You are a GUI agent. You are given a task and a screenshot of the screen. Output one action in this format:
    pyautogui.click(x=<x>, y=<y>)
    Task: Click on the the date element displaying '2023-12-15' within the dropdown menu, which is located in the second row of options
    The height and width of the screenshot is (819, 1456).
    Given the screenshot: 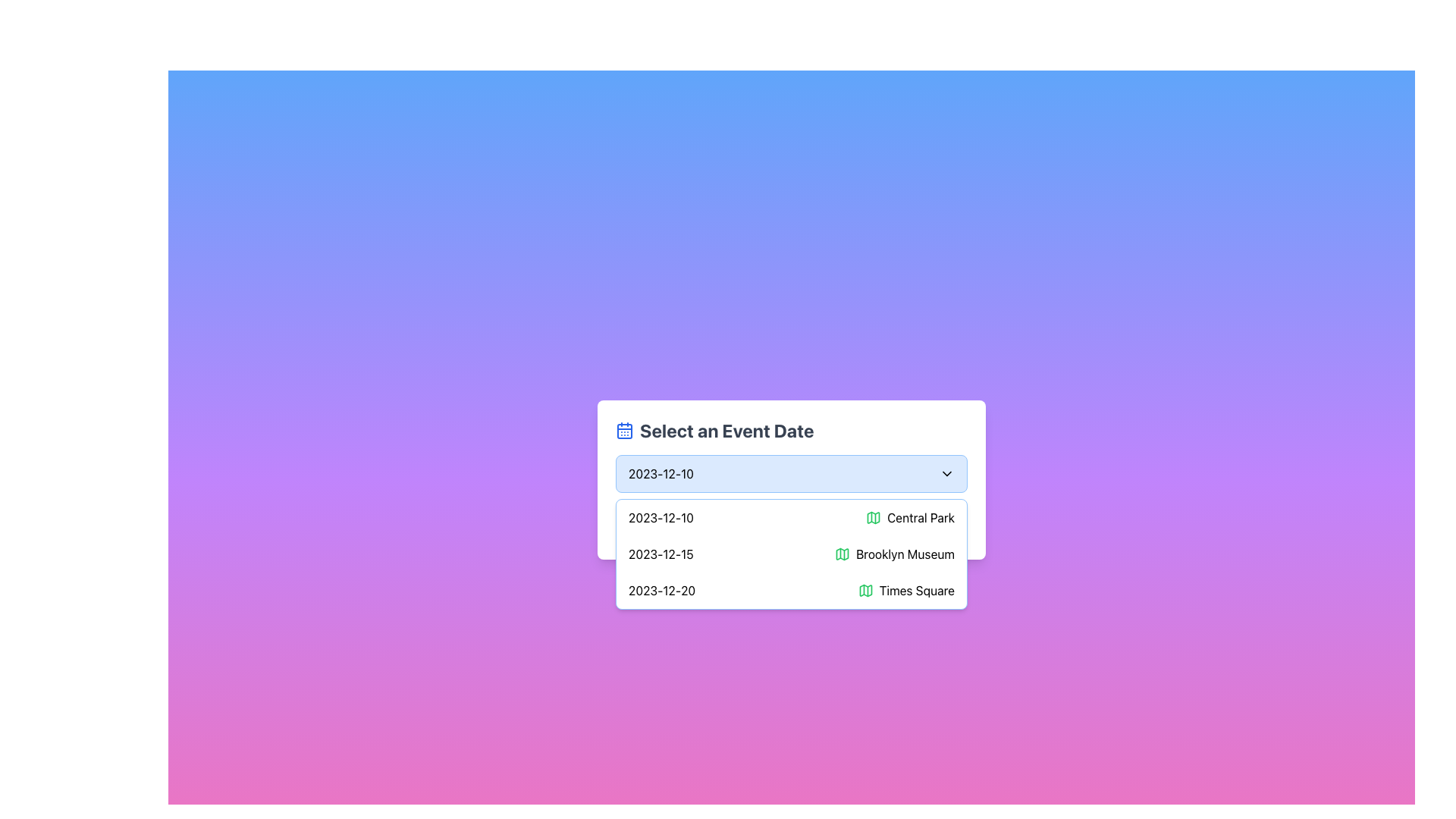 What is the action you would take?
    pyautogui.click(x=661, y=554)
    